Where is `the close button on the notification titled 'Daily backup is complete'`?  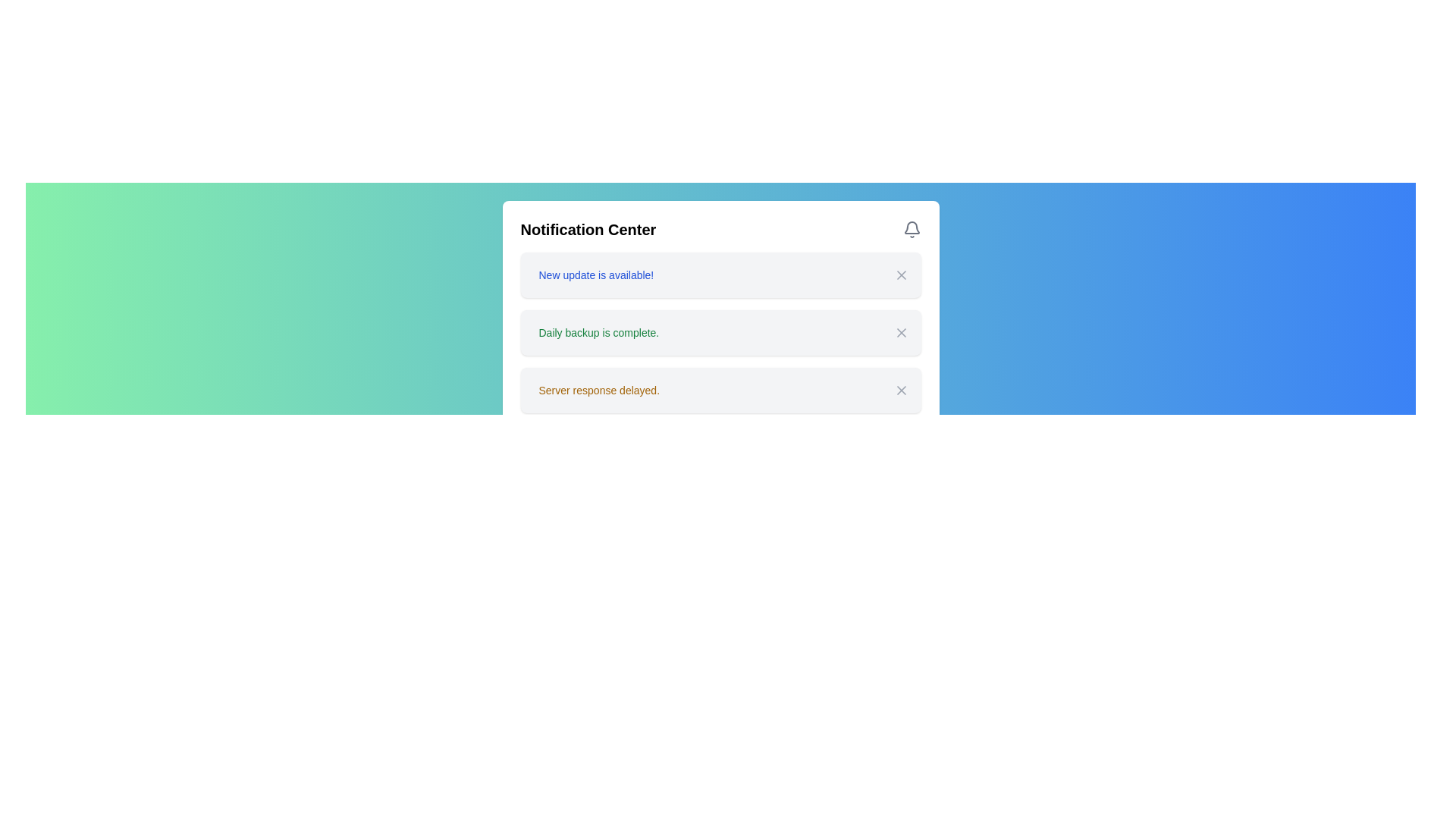
the close button on the notification titled 'Daily backup is complete' is located at coordinates (901, 332).